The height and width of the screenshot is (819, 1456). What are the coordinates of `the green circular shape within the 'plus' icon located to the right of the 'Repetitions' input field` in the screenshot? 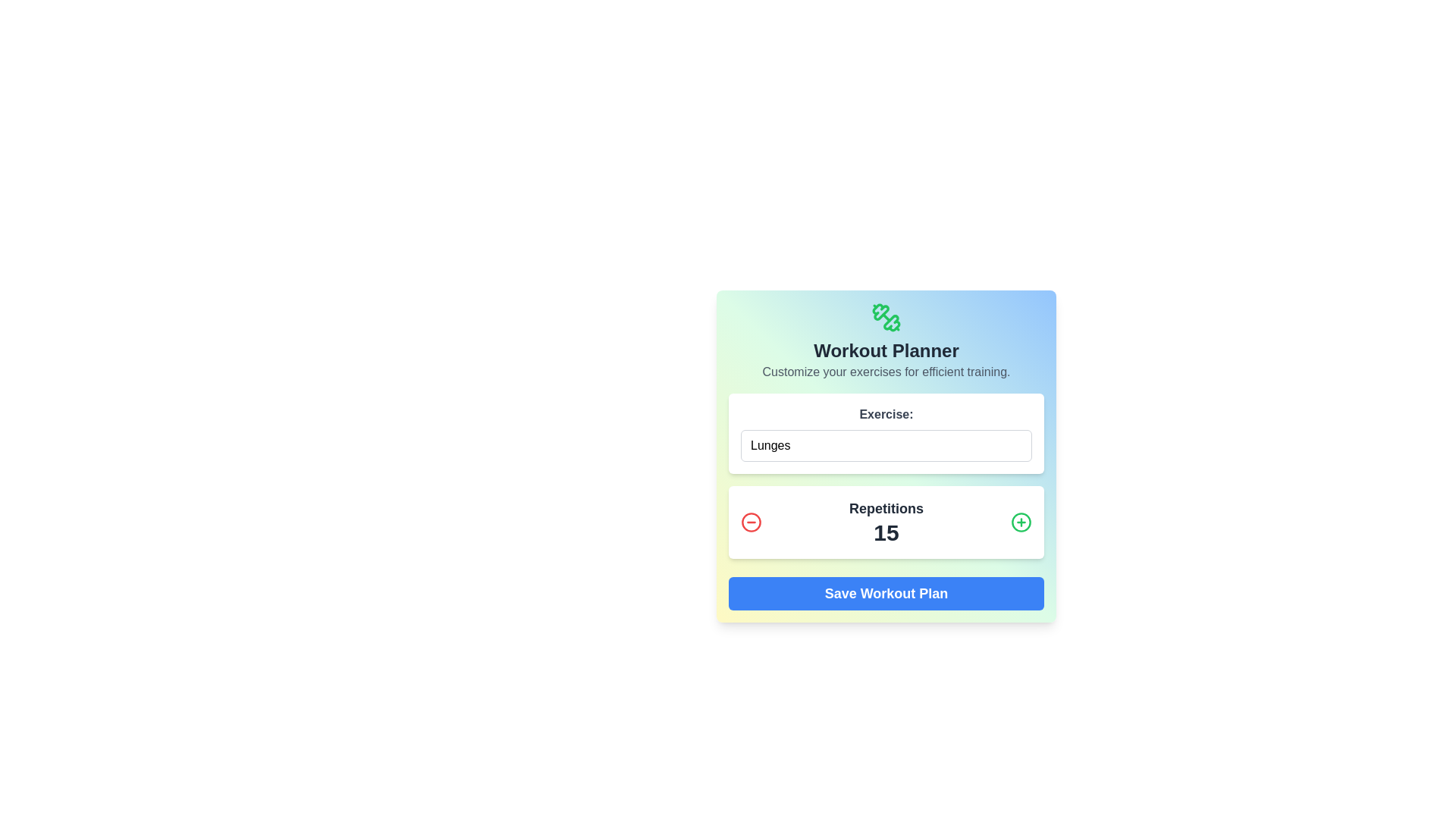 It's located at (1021, 522).